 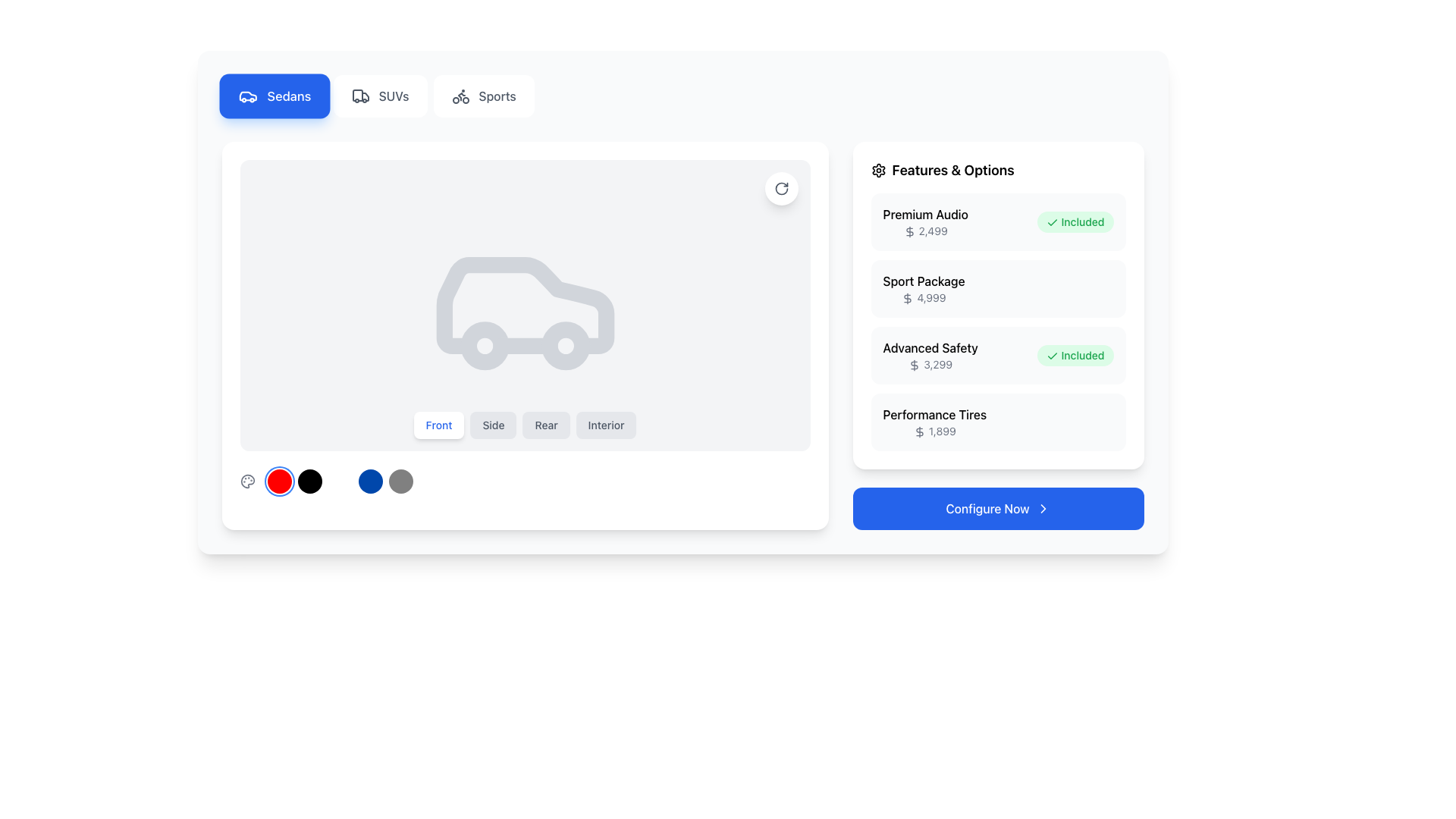 I want to click on the 'Configure Now' button, which is a rectangular button with a blue background and white text, located at the bottom of the 'Features & Options' card section, so click(x=998, y=509).